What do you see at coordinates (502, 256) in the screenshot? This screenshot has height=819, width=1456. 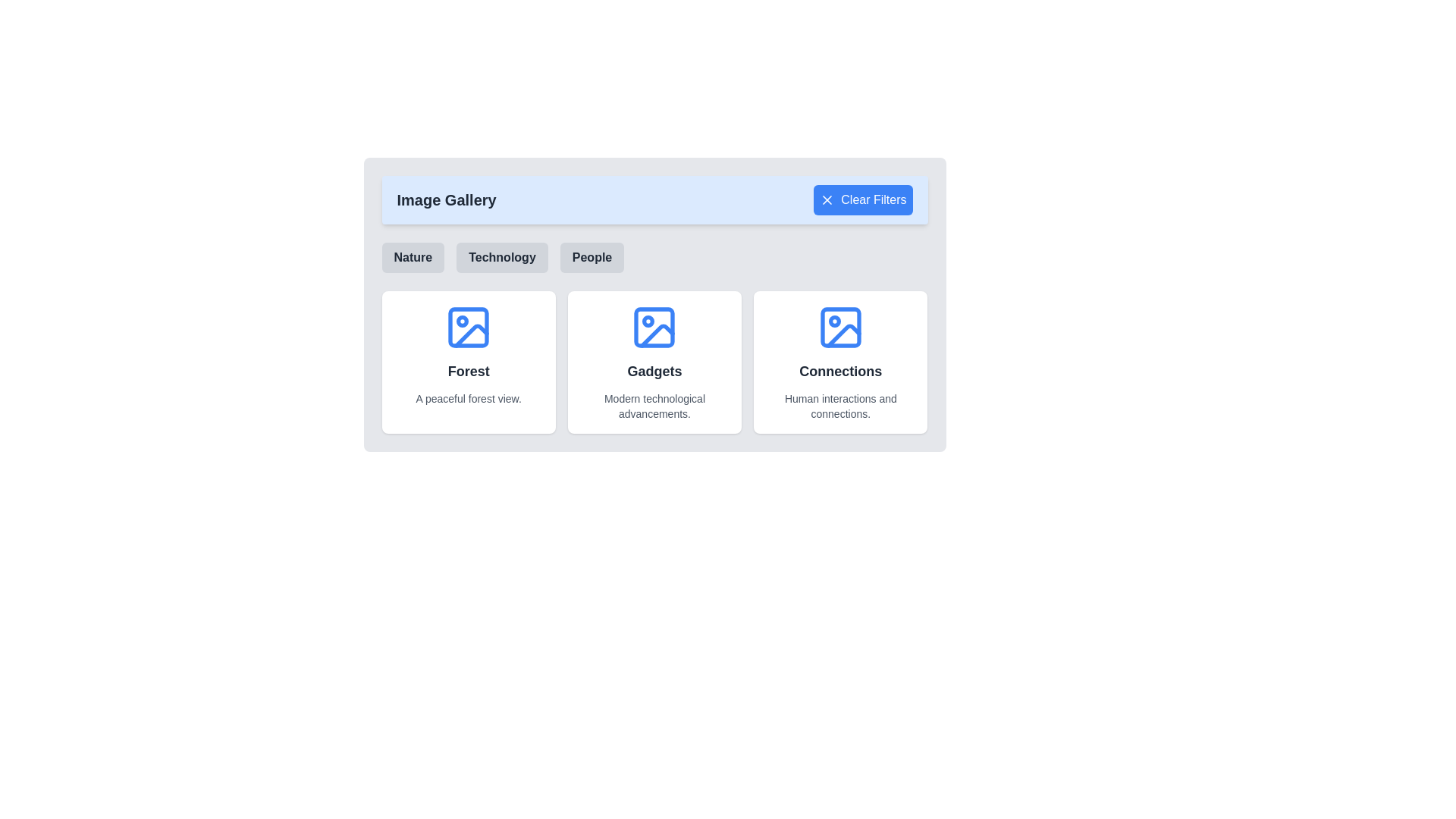 I see `the 'Technology' button, which is the second button under the 'Image Gallery' header, located between the 'Nature' and 'People' buttons` at bounding box center [502, 256].